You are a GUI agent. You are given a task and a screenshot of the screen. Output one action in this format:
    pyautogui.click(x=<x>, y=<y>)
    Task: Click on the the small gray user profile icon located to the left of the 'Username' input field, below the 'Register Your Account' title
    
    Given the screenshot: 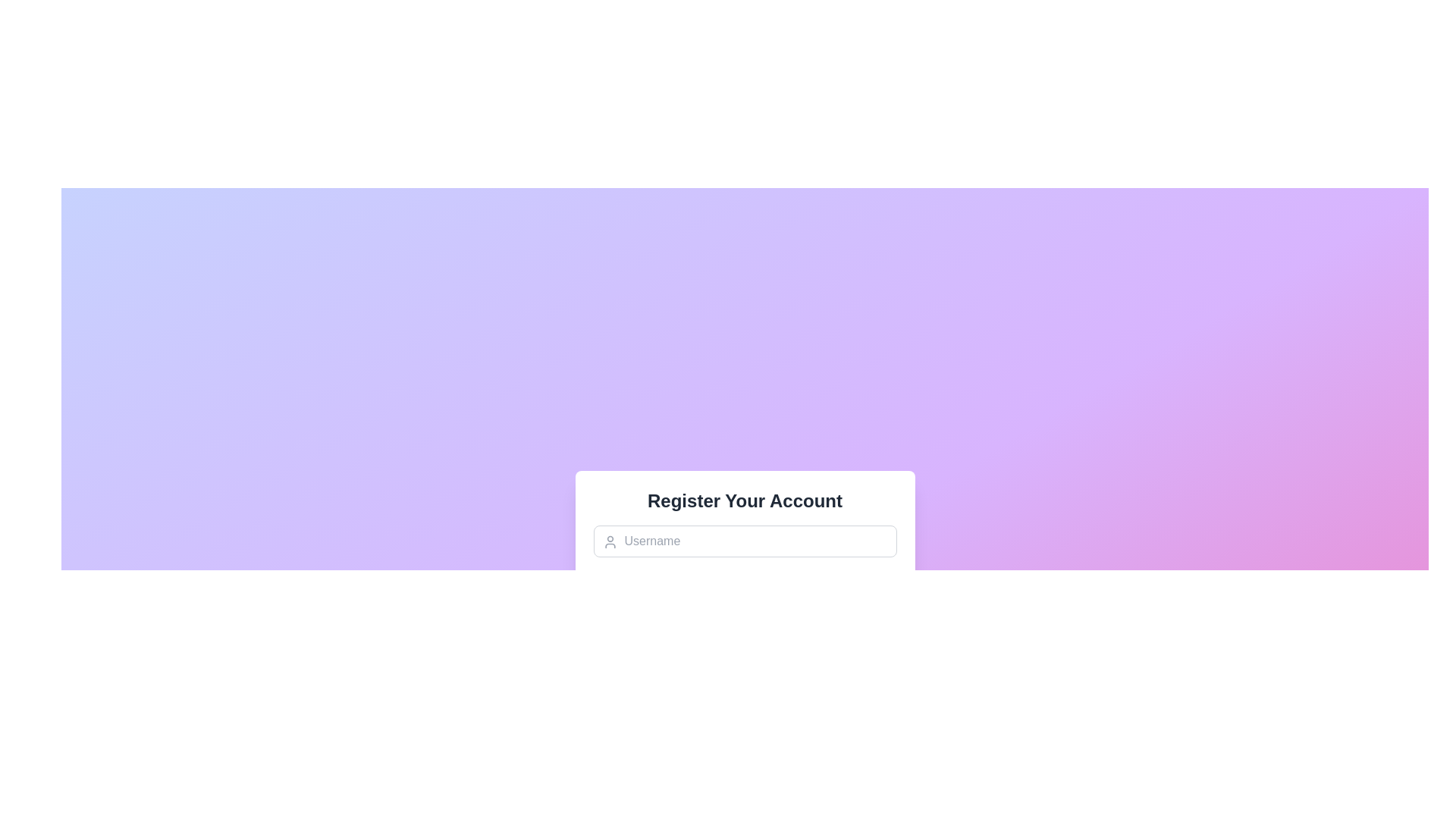 What is the action you would take?
    pyautogui.click(x=610, y=541)
    